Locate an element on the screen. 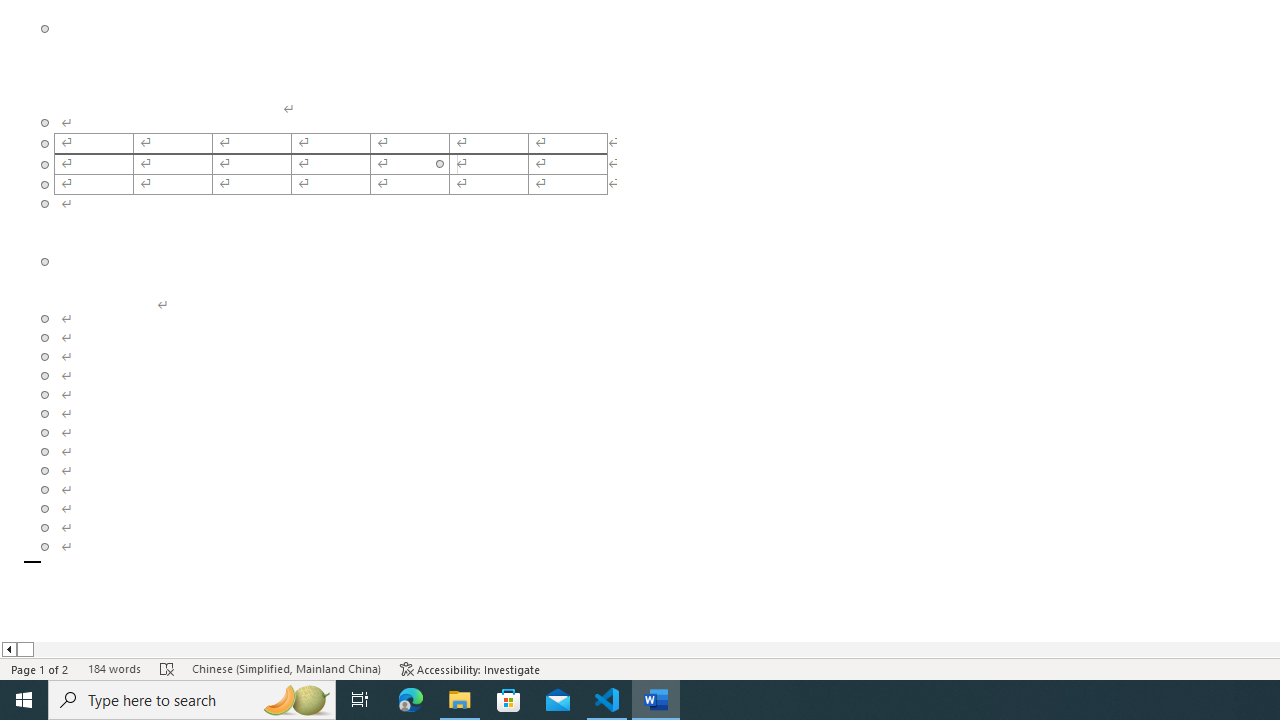  'Column left' is located at coordinates (8, 649).